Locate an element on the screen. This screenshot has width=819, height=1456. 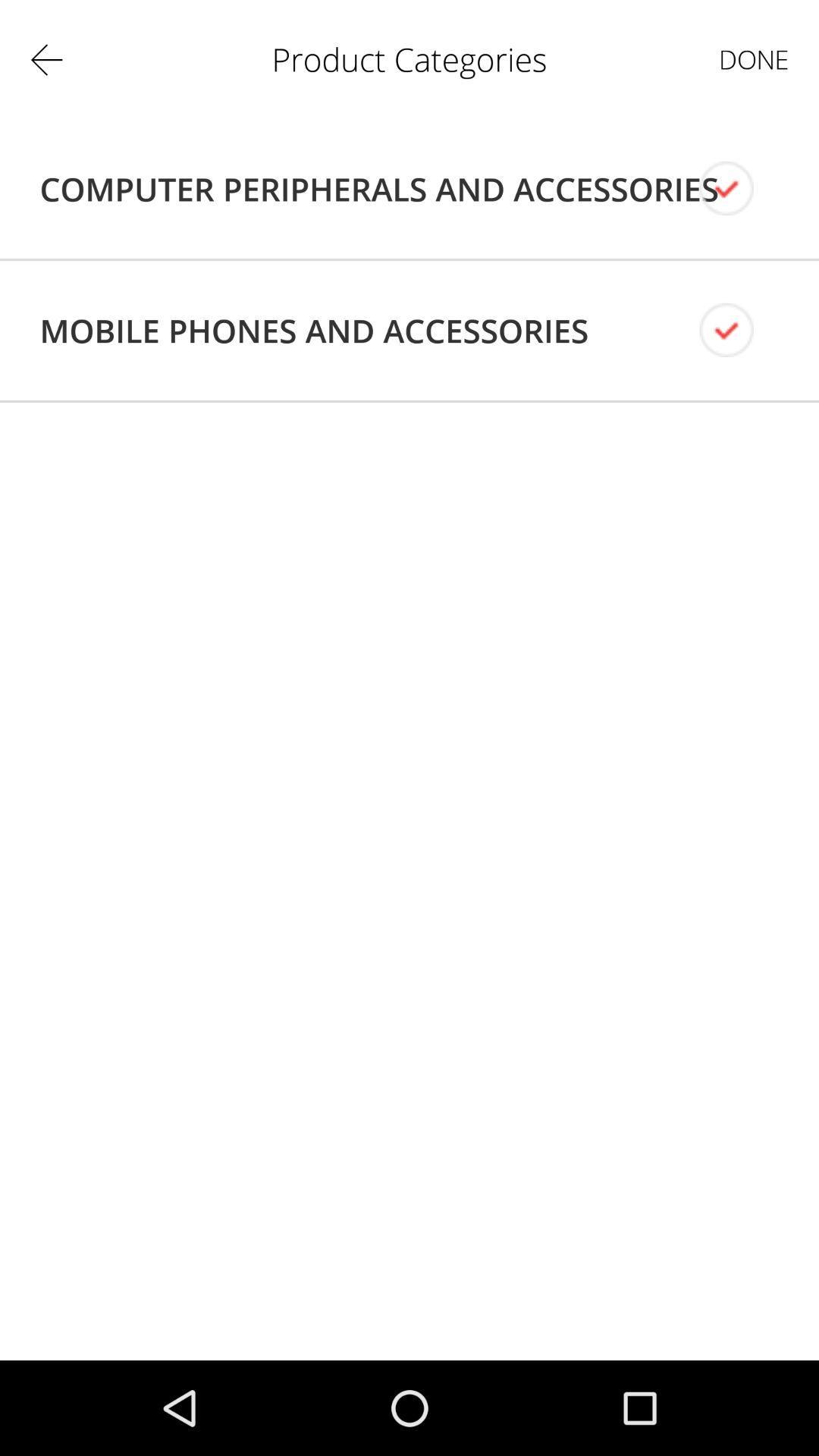
product category is located at coordinates (739, 188).